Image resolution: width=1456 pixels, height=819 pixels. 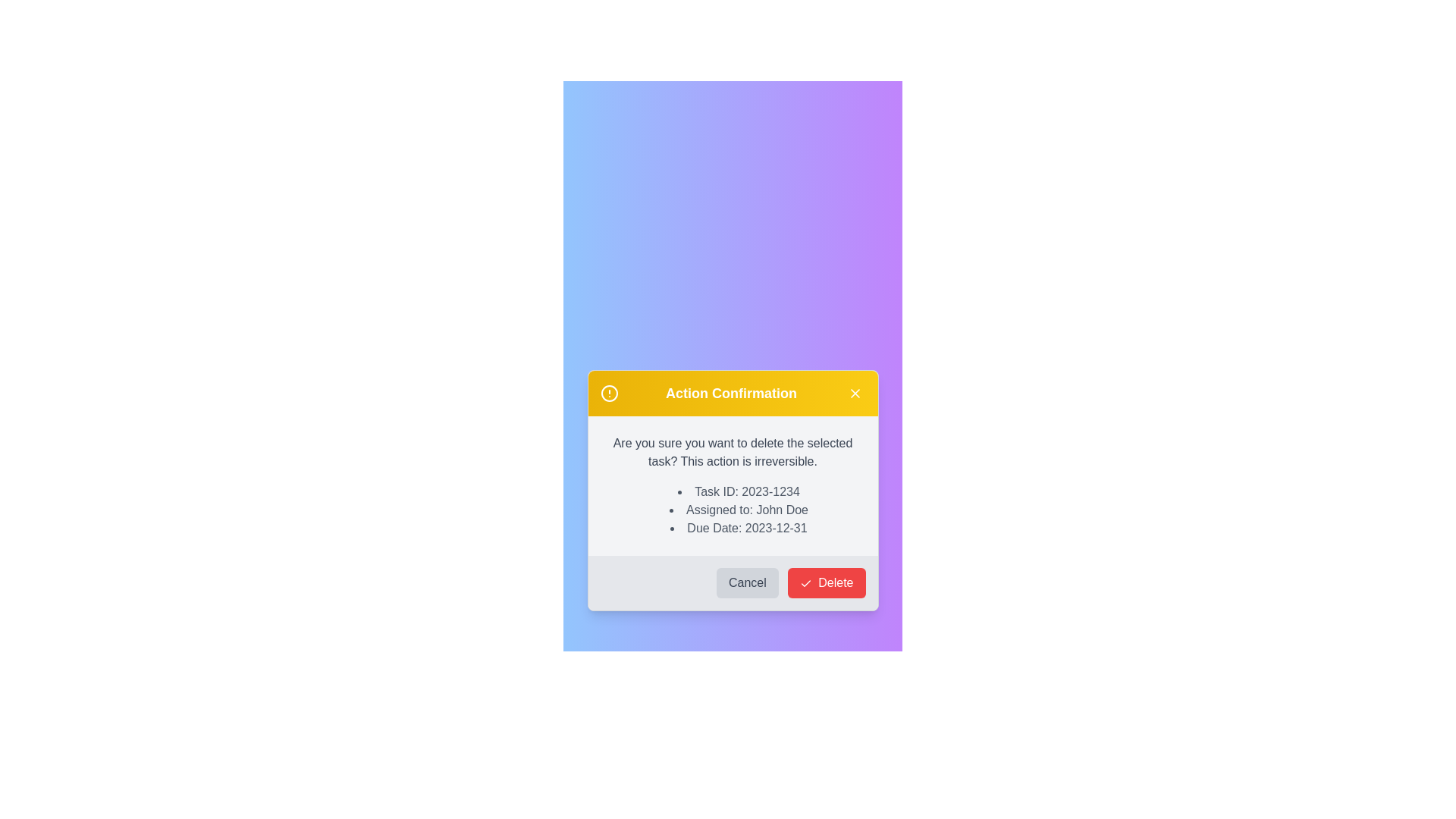 What do you see at coordinates (855, 393) in the screenshot?
I see `the 'X' shaped icon button in the yellow header bar of the confirmation dialog box` at bounding box center [855, 393].